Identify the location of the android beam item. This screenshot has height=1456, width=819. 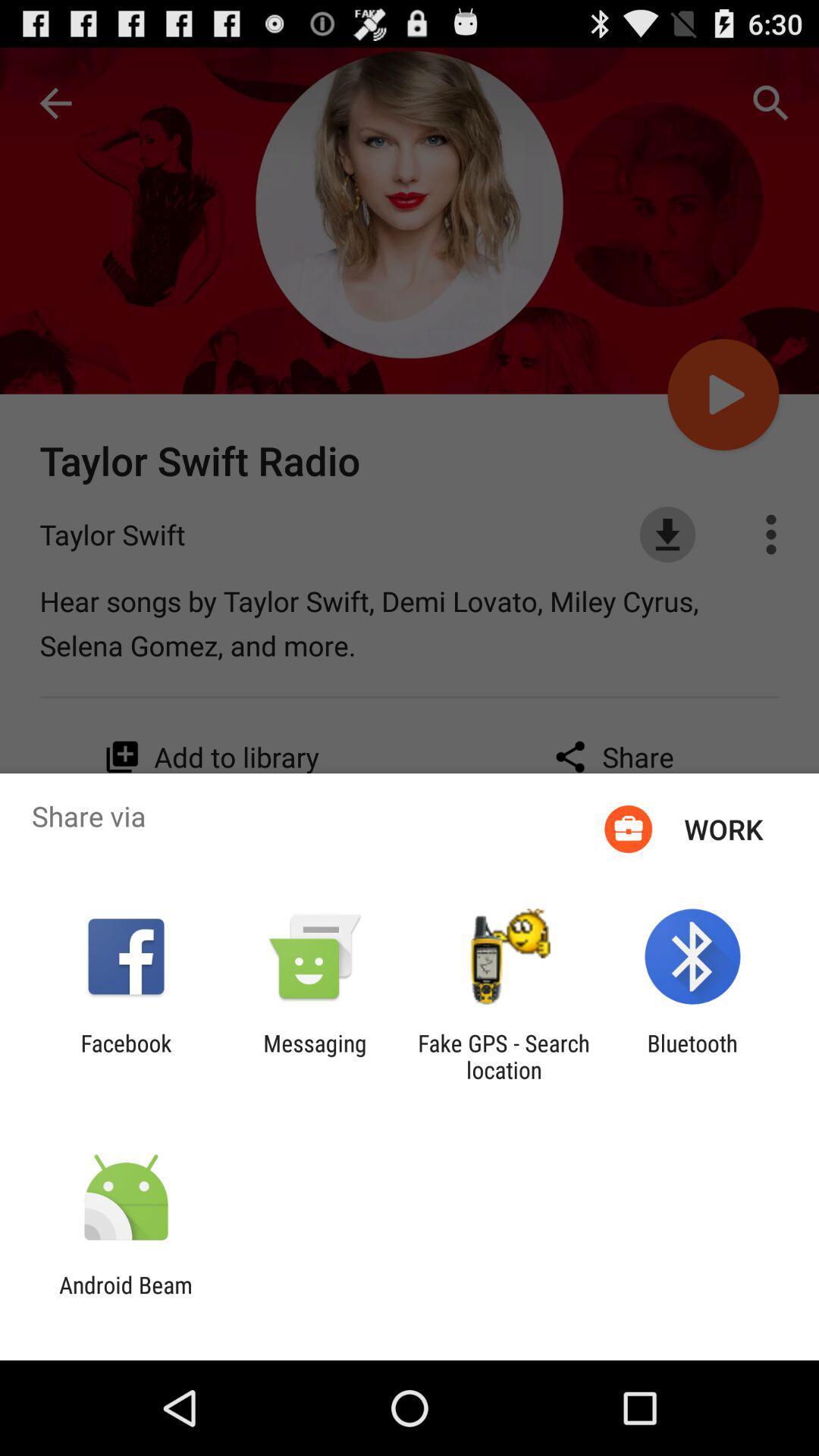
(125, 1298).